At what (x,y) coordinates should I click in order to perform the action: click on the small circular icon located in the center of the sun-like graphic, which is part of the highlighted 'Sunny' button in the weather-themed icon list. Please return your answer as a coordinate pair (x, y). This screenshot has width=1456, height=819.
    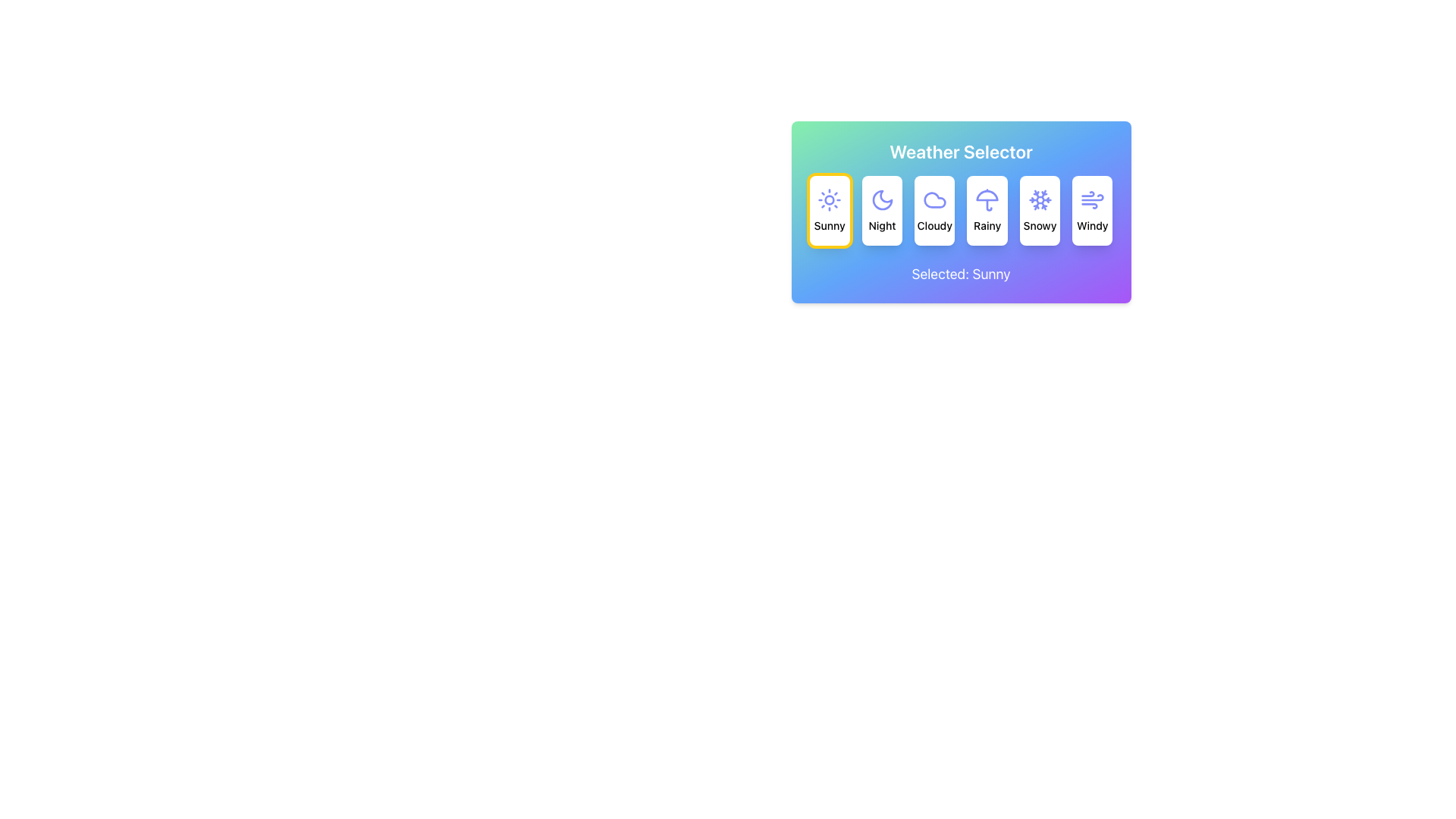
    Looking at the image, I should click on (829, 199).